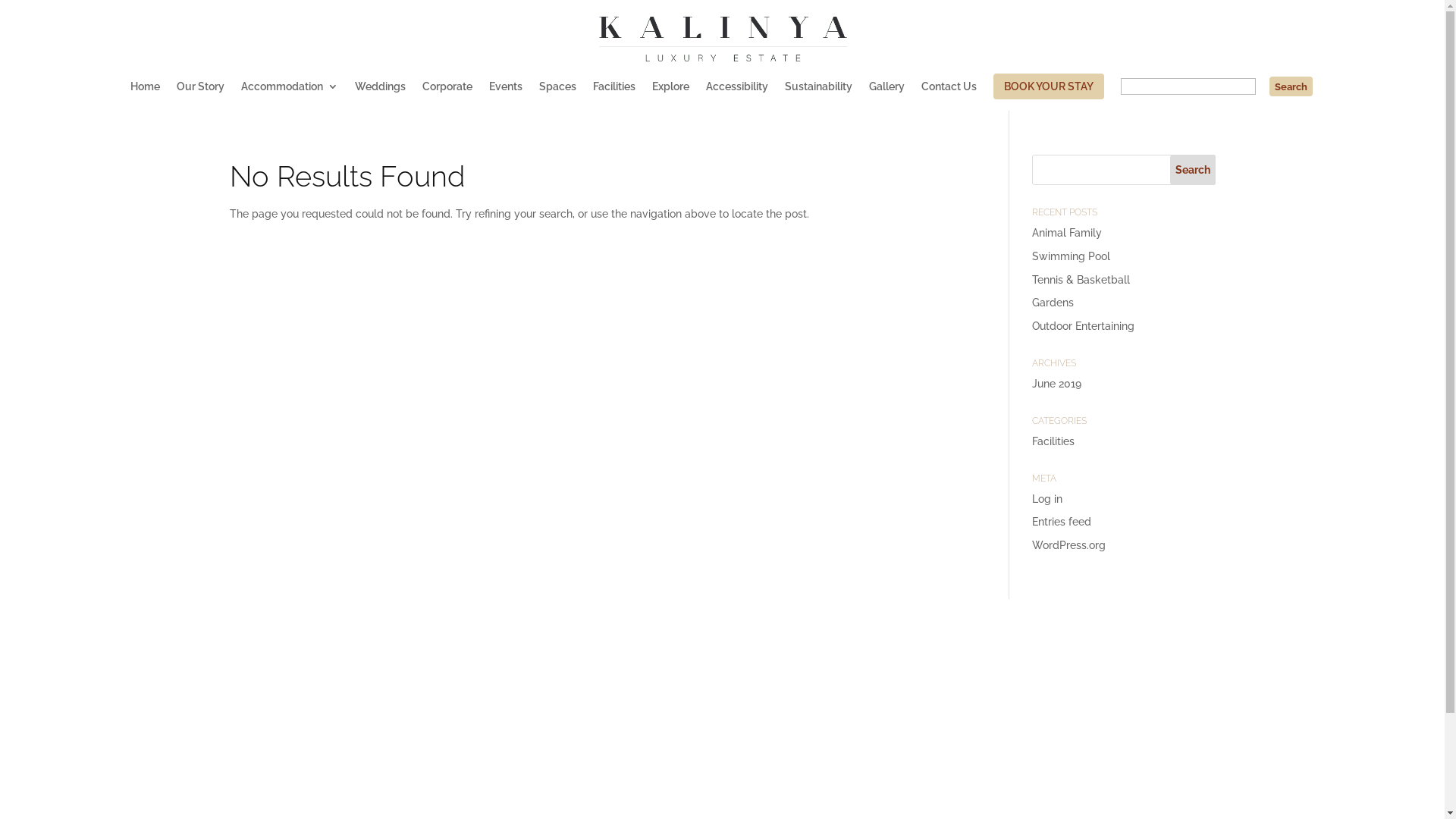 The height and width of the screenshot is (819, 1456). What do you see at coordinates (1056, 382) in the screenshot?
I see `'June 2019'` at bounding box center [1056, 382].